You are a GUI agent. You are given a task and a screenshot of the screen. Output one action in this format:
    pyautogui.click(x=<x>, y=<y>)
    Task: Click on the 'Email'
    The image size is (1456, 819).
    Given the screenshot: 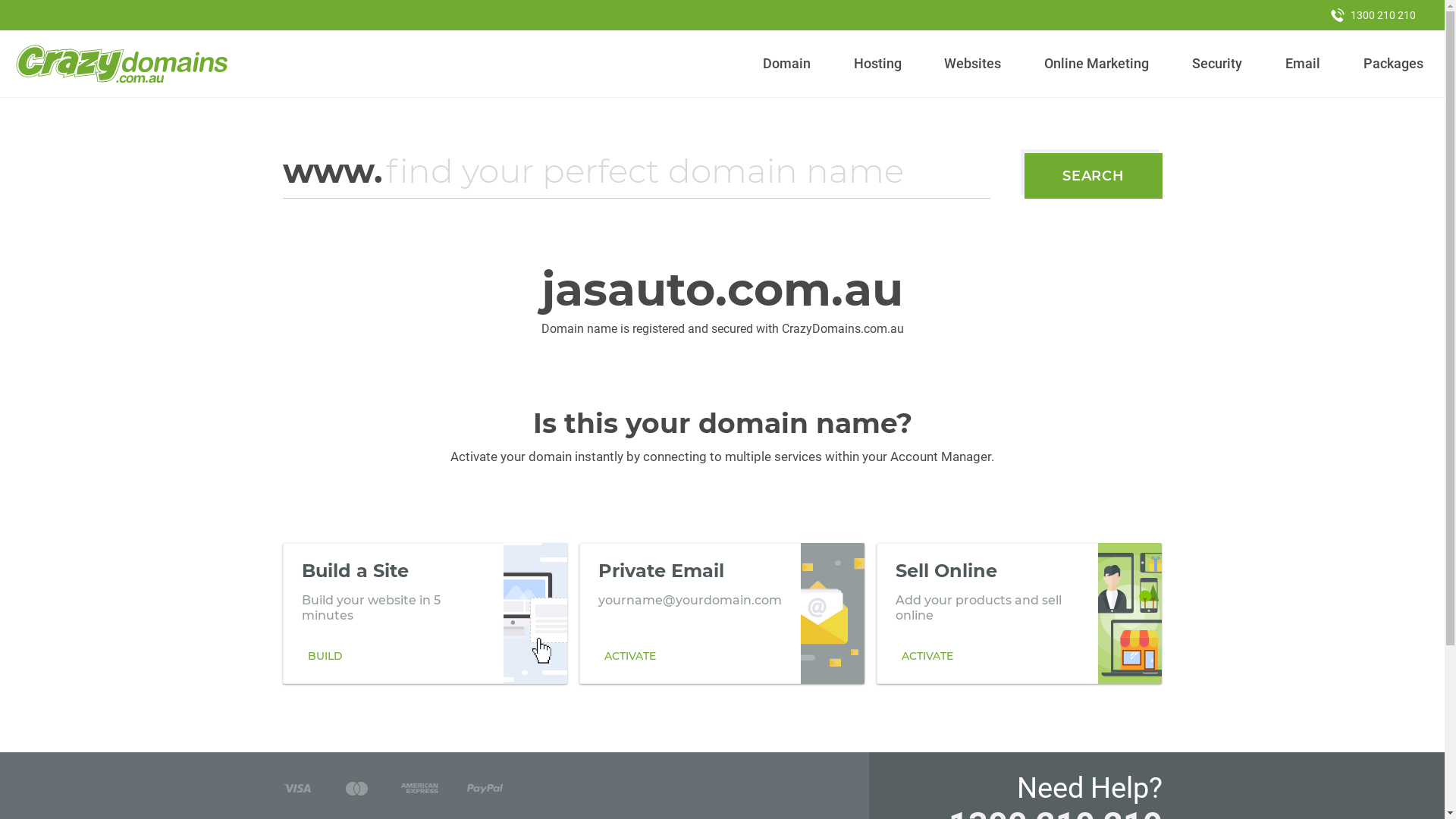 What is the action you would take?
    pyautogui.click(x=1301, y=63)
    